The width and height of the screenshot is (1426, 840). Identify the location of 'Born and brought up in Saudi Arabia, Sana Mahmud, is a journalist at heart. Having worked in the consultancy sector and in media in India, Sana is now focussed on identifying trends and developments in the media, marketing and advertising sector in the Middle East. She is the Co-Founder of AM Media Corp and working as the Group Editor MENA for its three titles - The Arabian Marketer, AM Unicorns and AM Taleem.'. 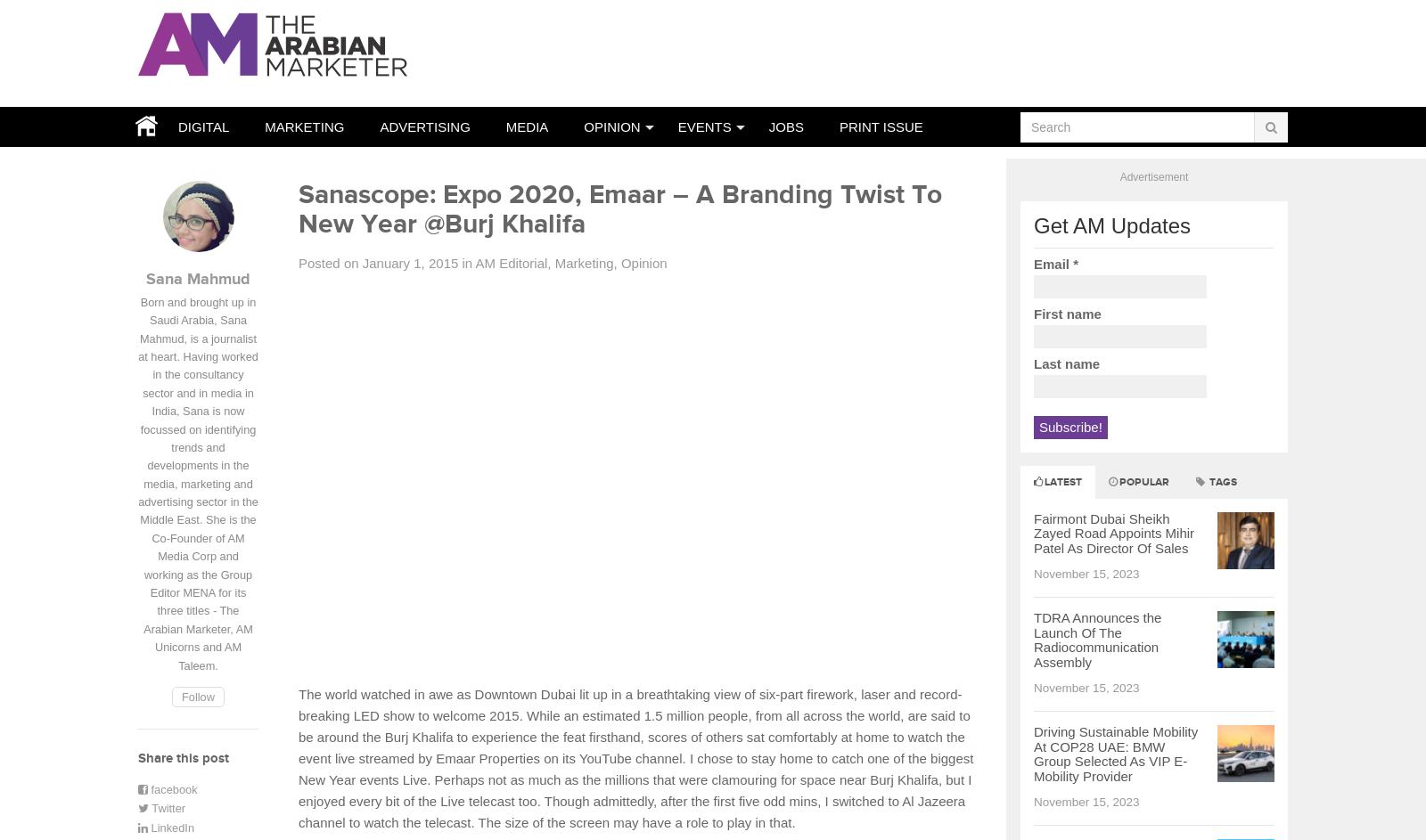
(137, 483).